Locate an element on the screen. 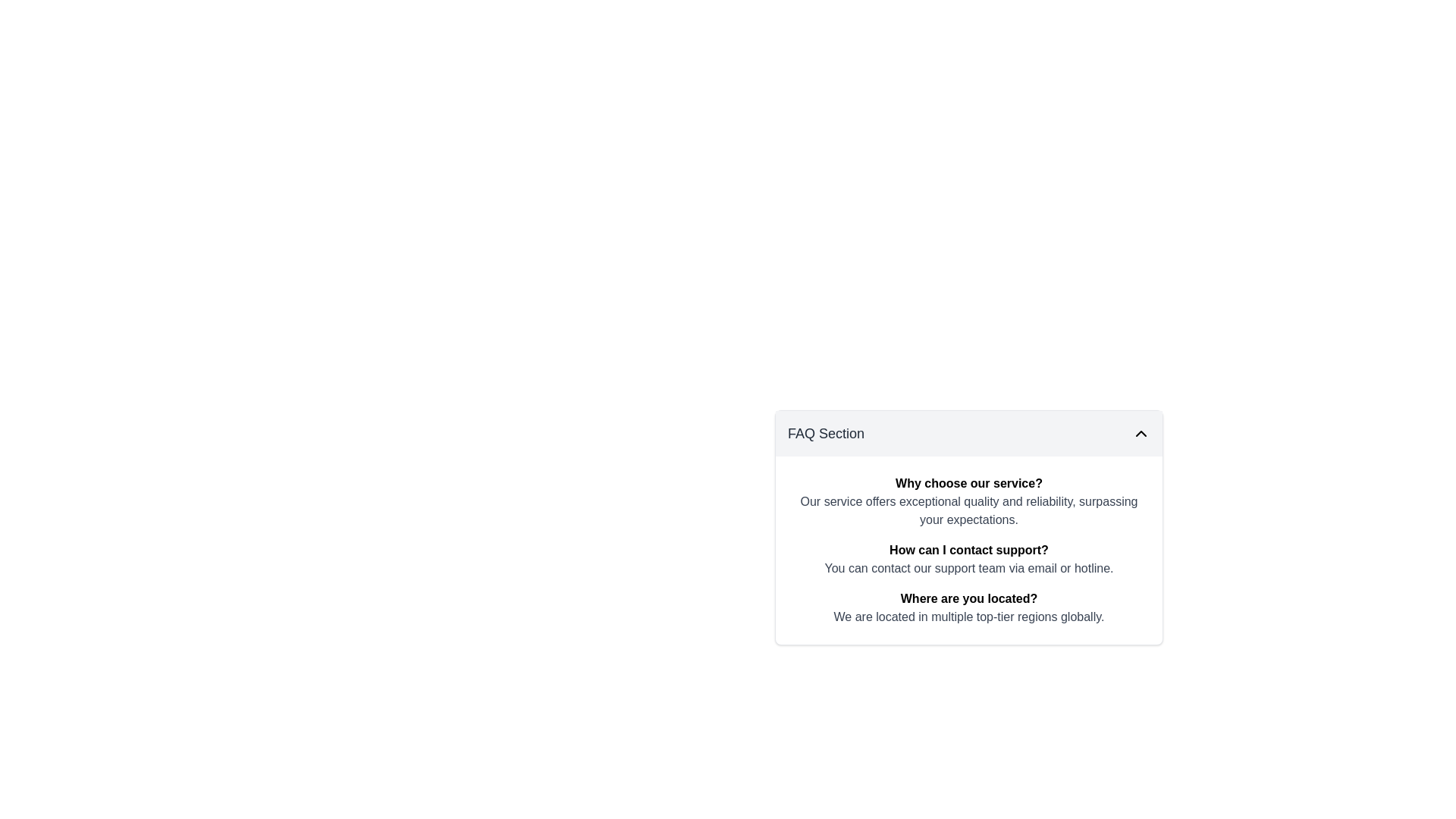 Image resolution: width=1456 pixels, height=819 pixels. the text element that provides information about the locations, positioned at the bottom of the FAQ layout following 'Where are you located?' is located at coordinates (968, 617).